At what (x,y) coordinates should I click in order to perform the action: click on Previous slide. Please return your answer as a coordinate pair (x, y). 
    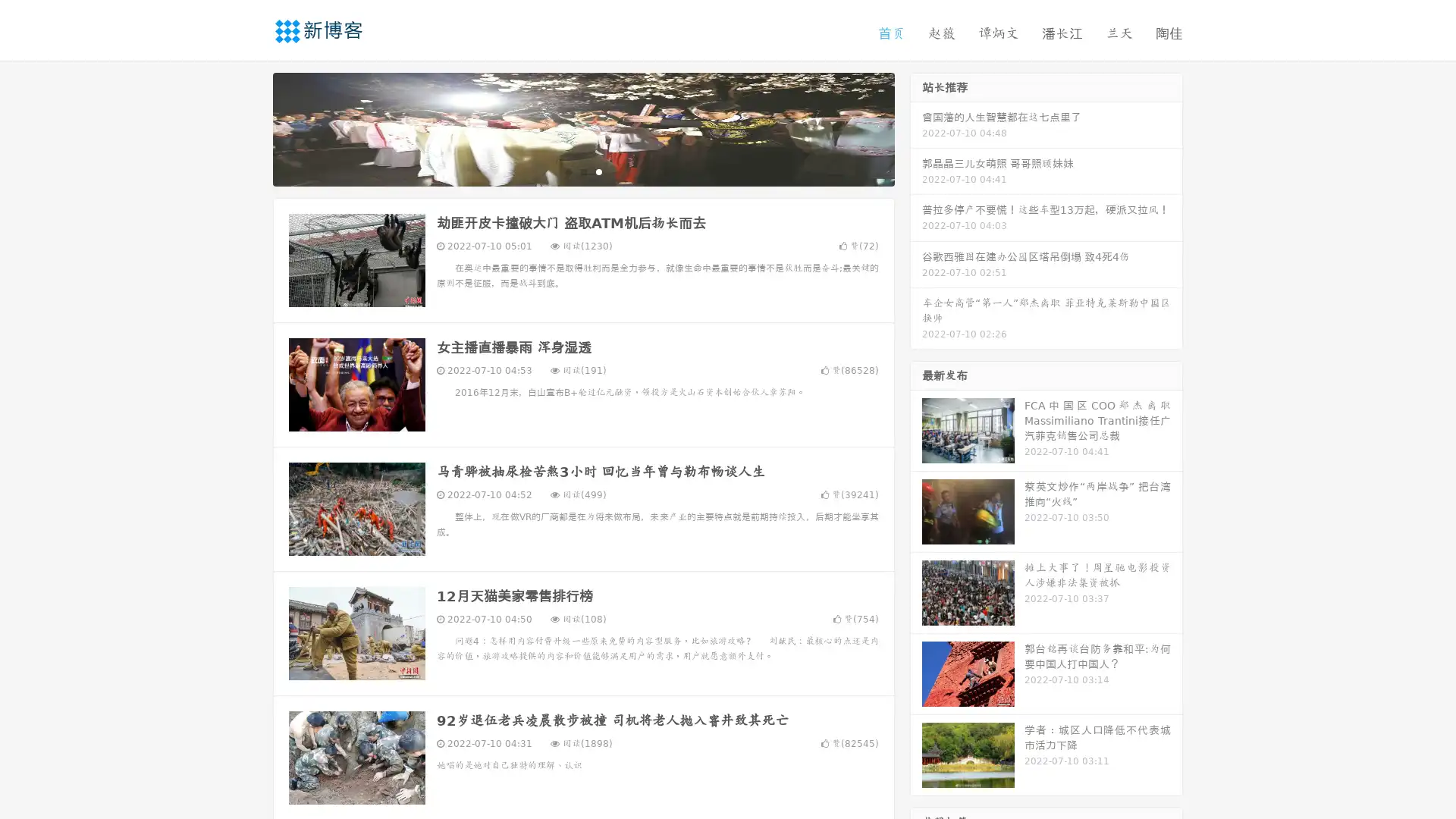
    Looking at the image, I should click on (250, 127).